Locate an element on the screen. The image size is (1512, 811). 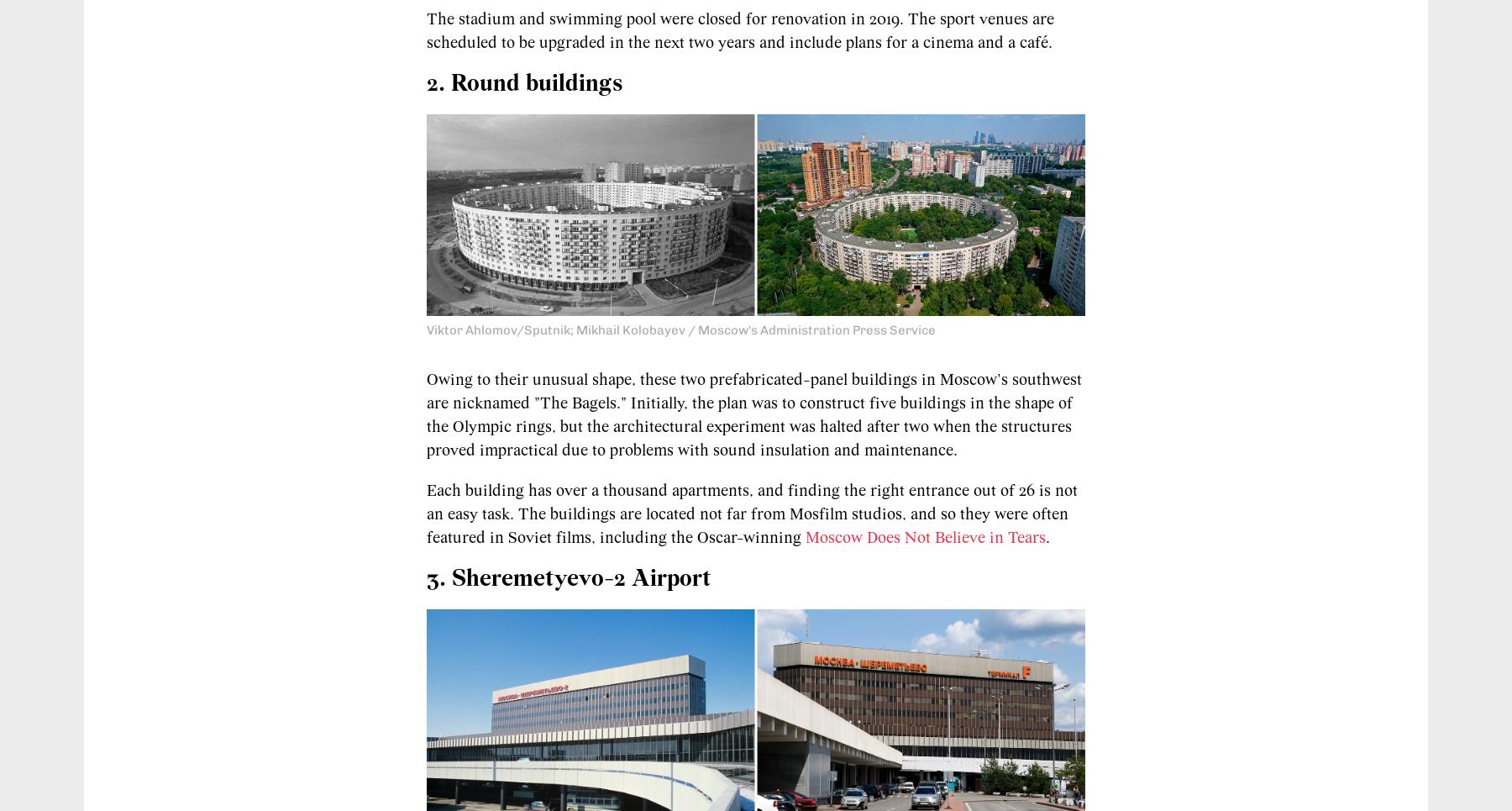
'Each building has over a thousand apartments, and finding the right entrance out of 26 is not an easy task. The buildings are located not far from Mosfilm studios, and so they were often featured in Soviet films, including the Oscar-winning' is located at coordinates (752, 513).